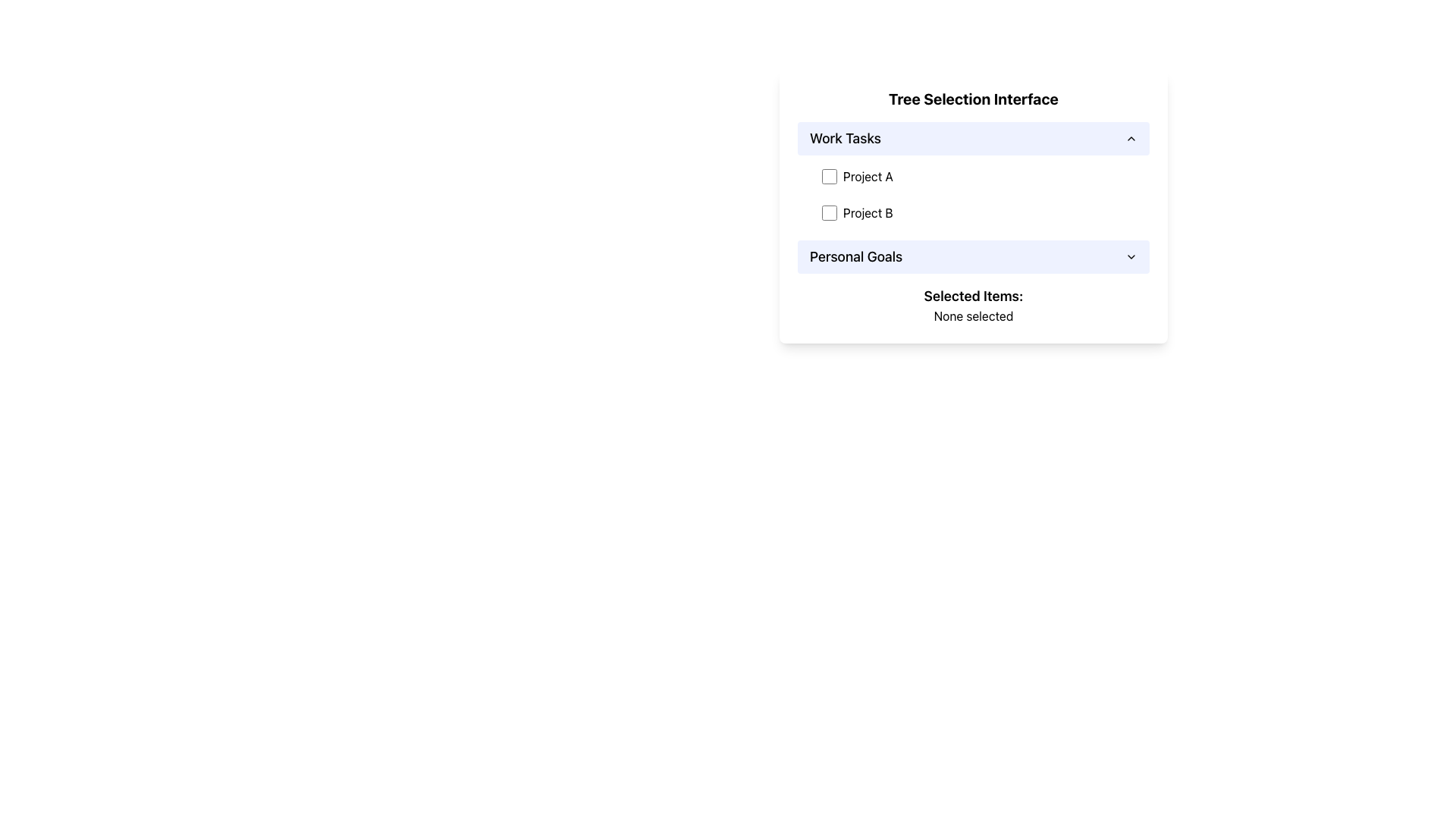 This screenshot has width=1456, height=819. What do you see at coordinates (1131, 138) in the screenshot?
I see `the toggle button icon located to the right of the blue-highlighted 'Work Tasks' button` at bounding box center [1131, 138].